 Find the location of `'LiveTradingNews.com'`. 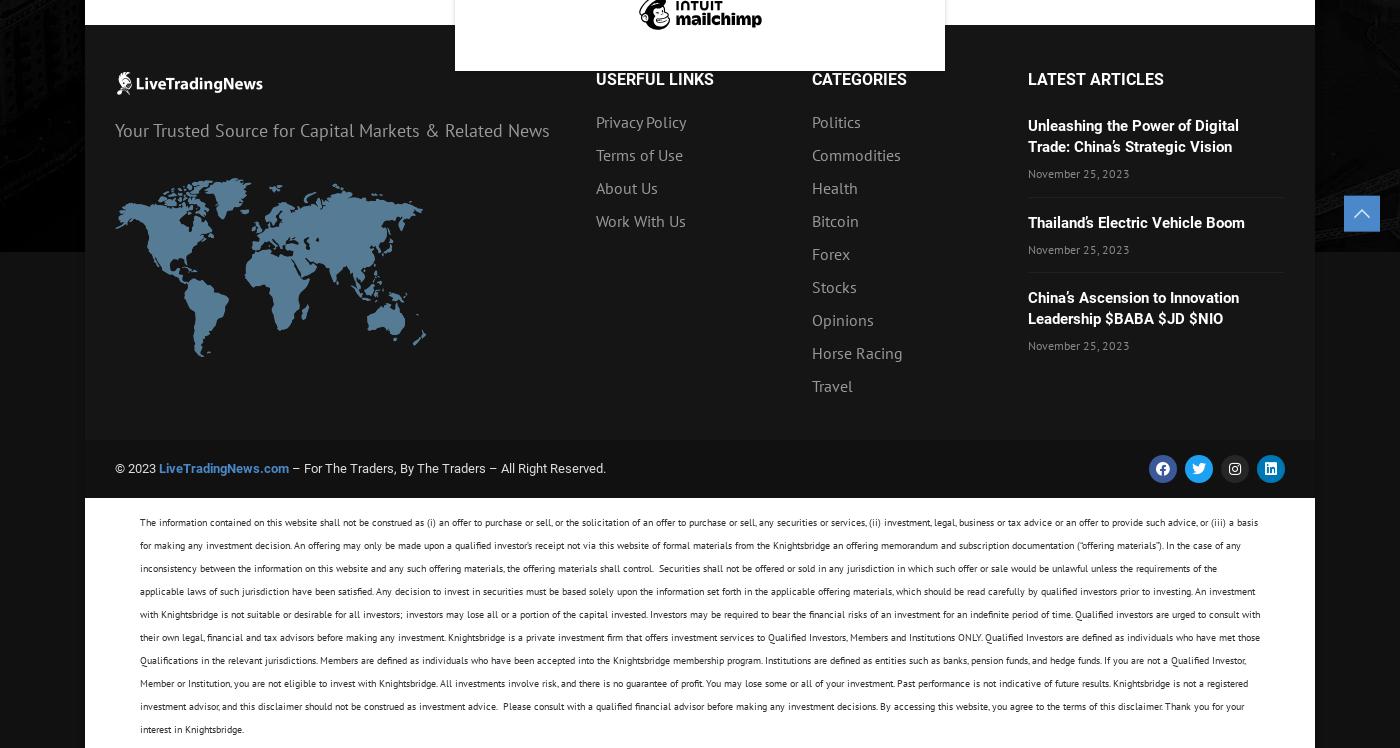

'LiveTradingNews.com' is located at coordinates (159, 468).